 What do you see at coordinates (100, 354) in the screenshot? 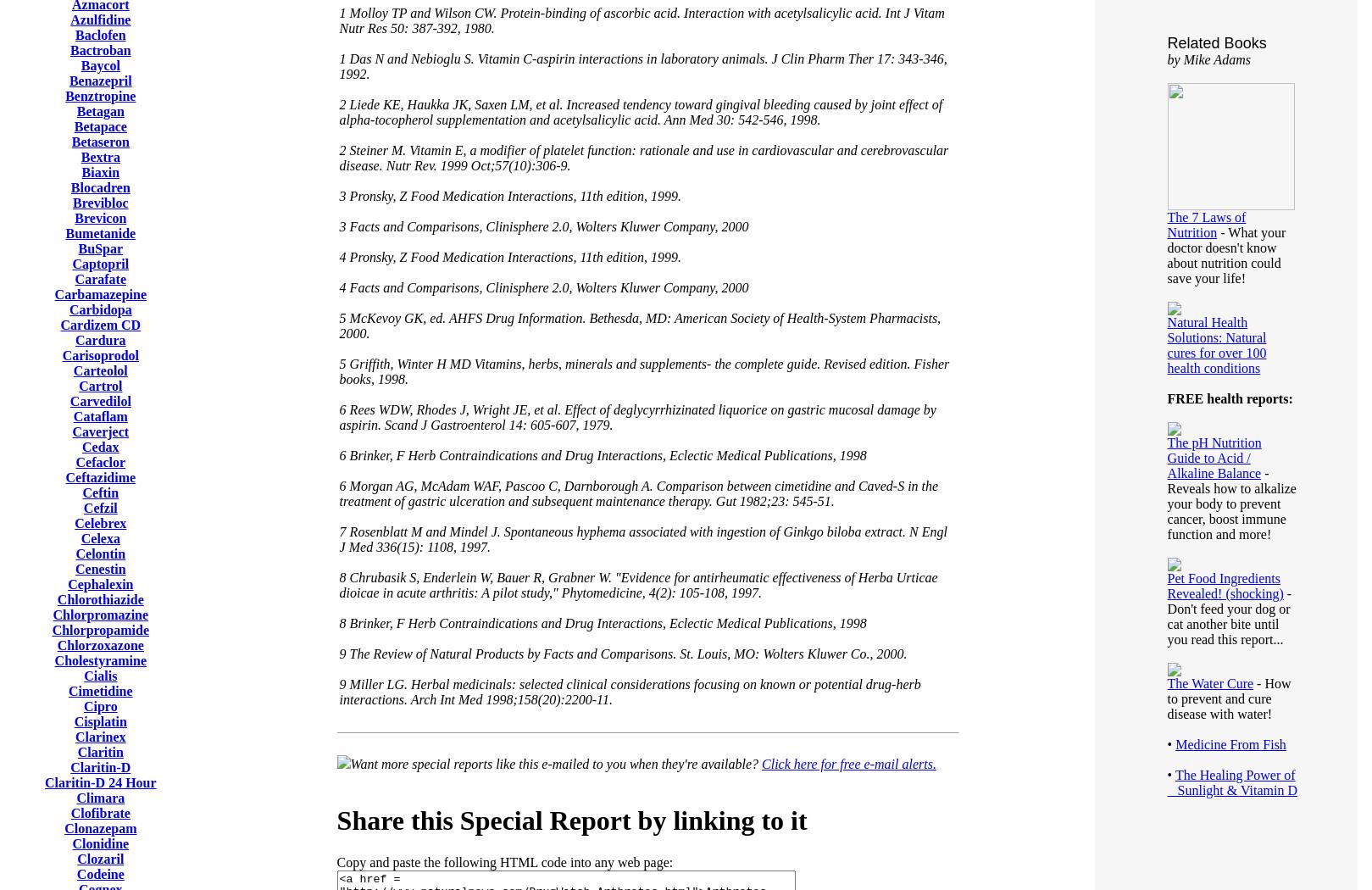
I see `'Carisoprodol'` at bounding box center [100, 354].